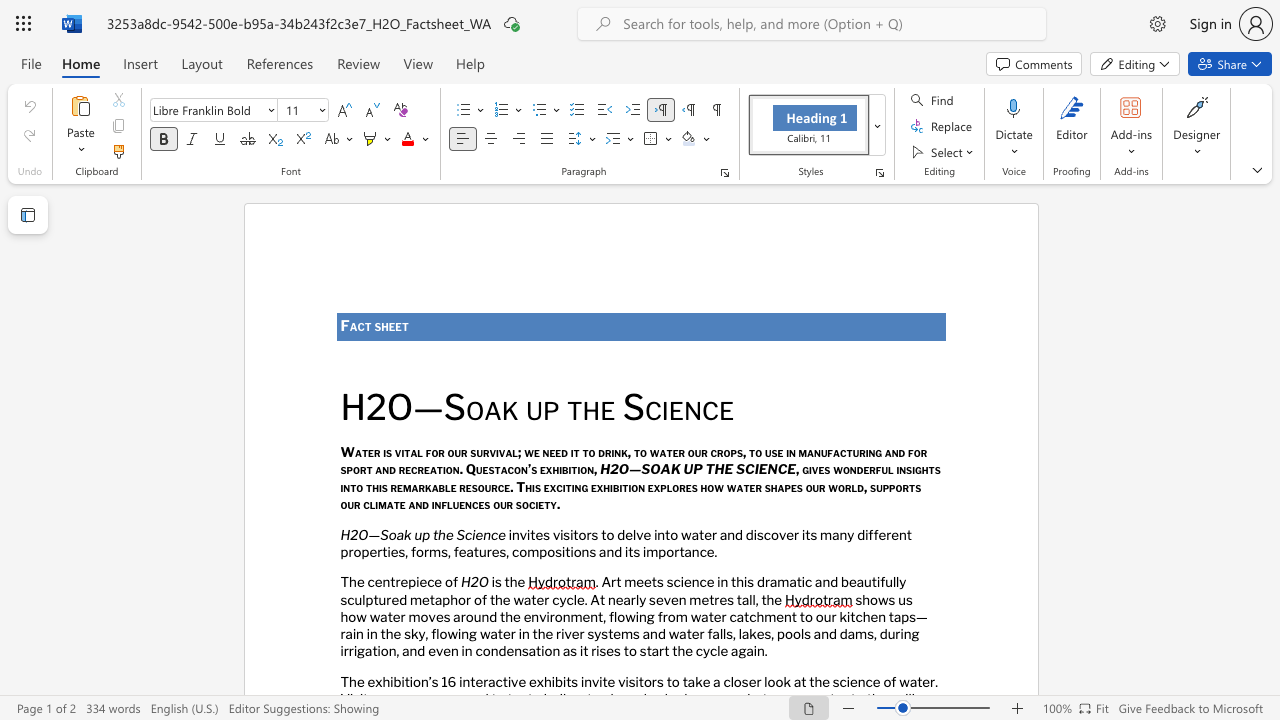 This screenshot has height=720, width=1280. I want to click on the subset text "o water our" within the text "Water is vital for our survival; we need it to drink, to water our crops, to use in manufacturing and for sport and recreation. Questacon’s exhibition,", so click(640, 452).